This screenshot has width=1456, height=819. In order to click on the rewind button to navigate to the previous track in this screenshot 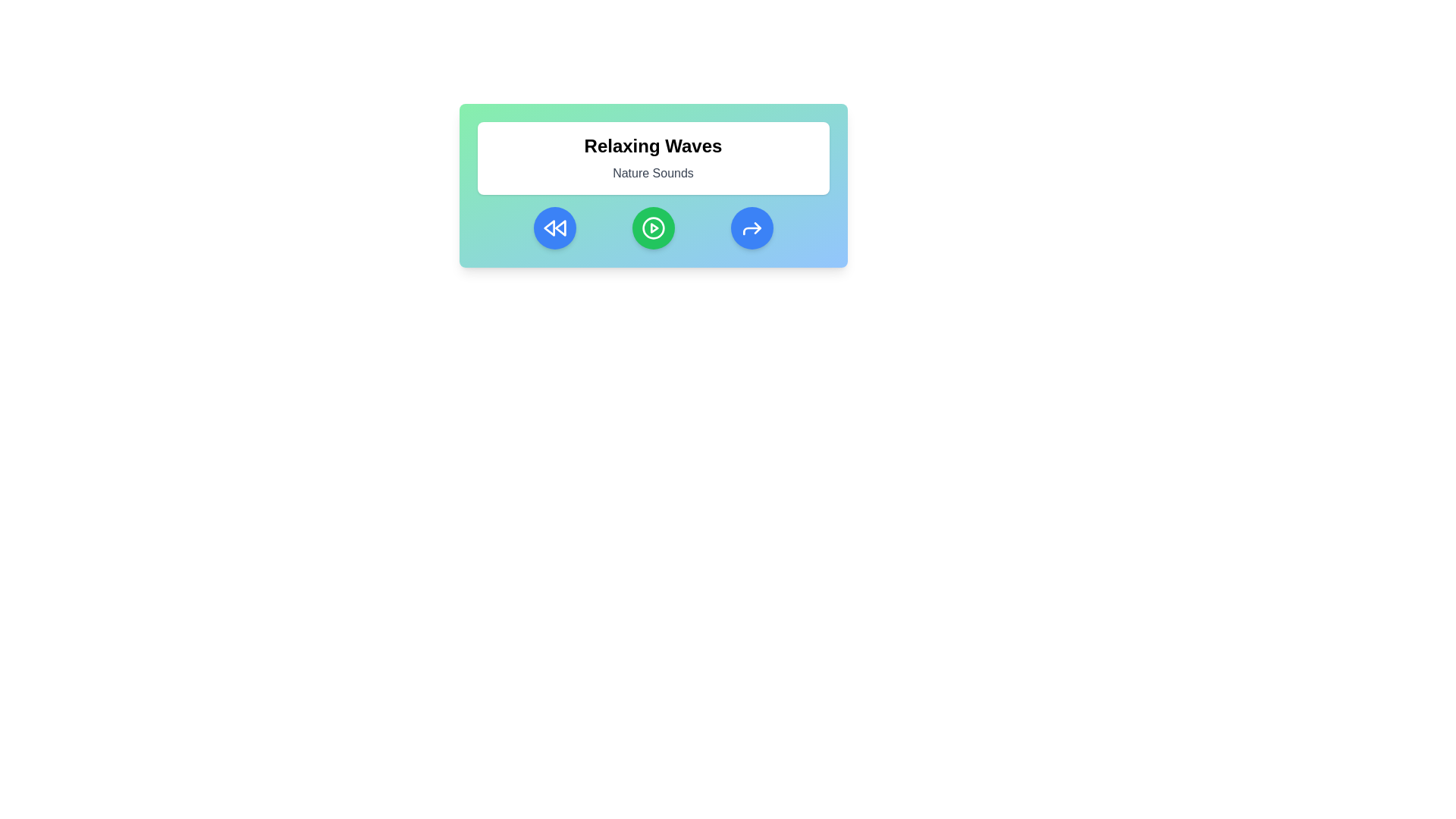, I will do `click(554, 227)`.